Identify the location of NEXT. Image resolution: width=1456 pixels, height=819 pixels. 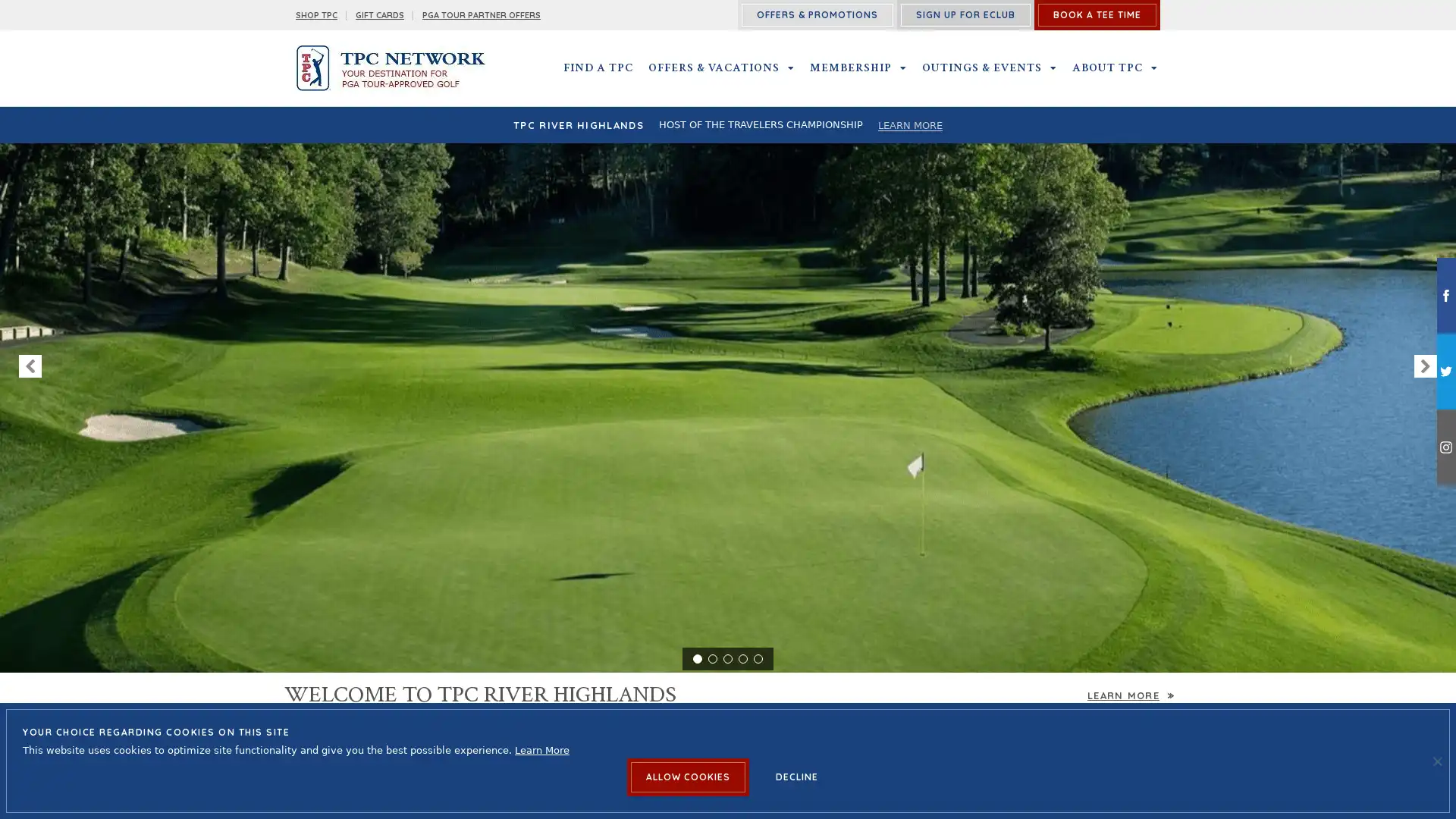
(1425, 366).